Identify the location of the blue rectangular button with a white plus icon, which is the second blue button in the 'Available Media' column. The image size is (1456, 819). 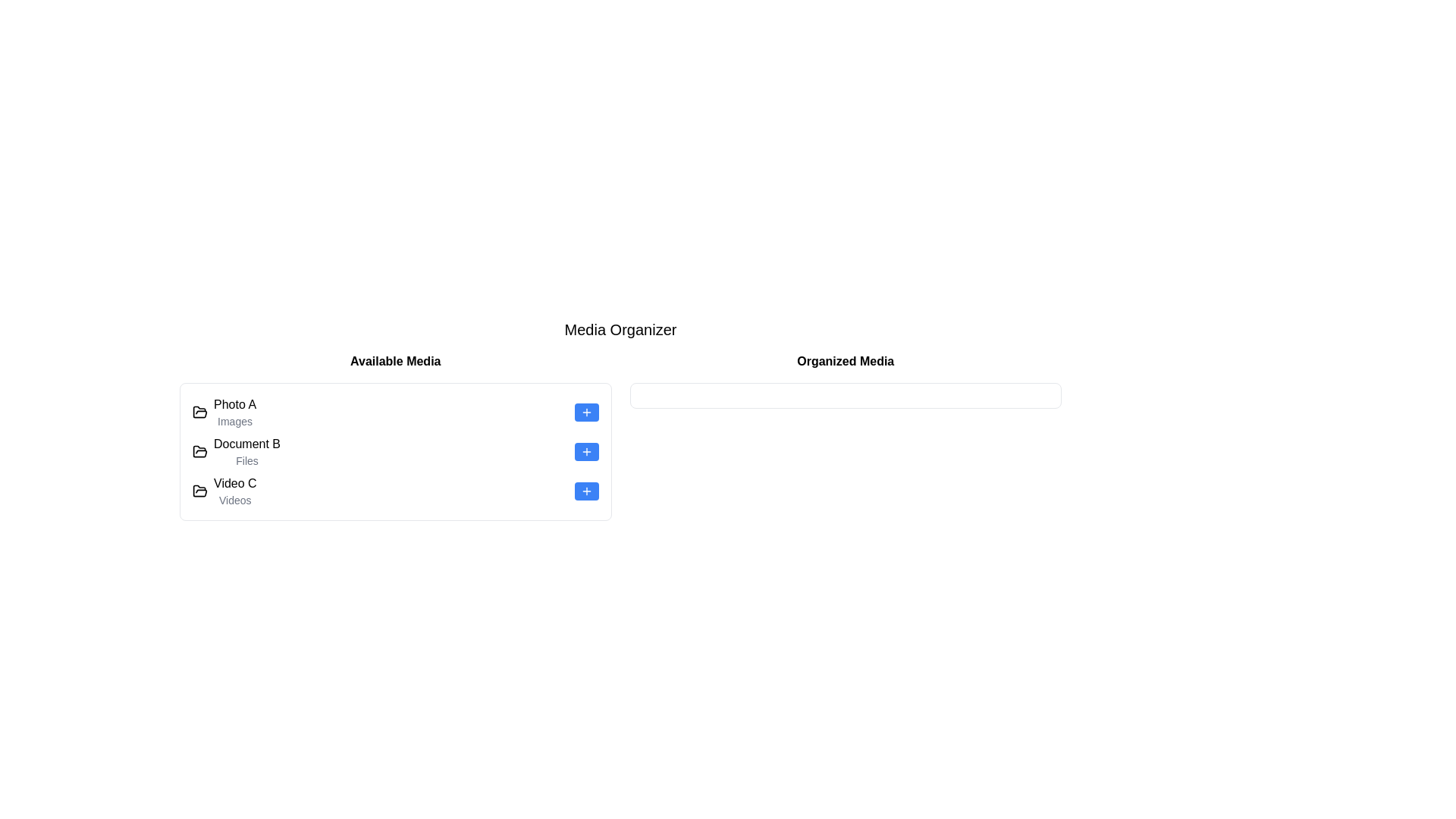
(585, 451).